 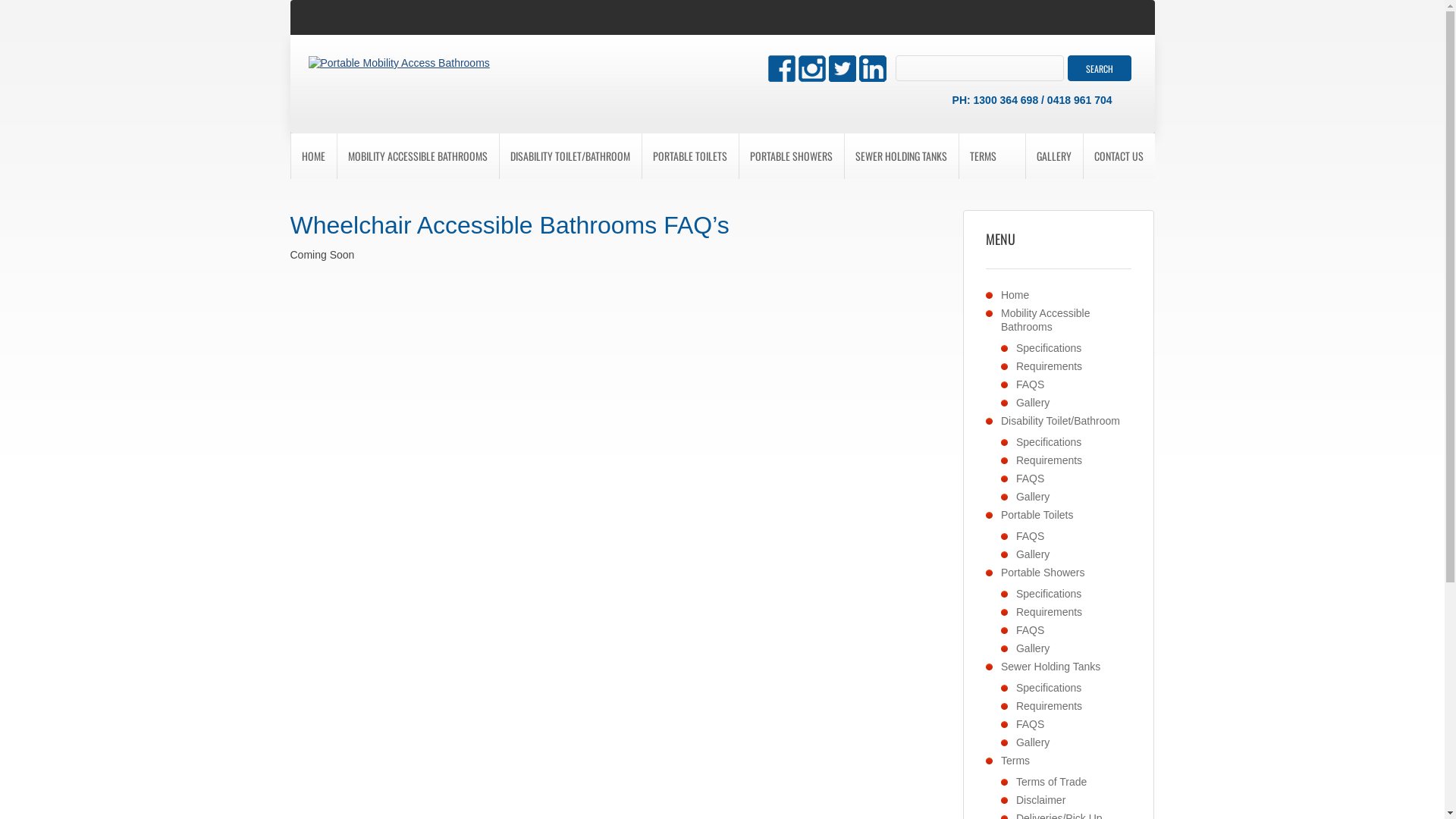 I want to click on 'CONTACT US', so click(x=1119, y=155).